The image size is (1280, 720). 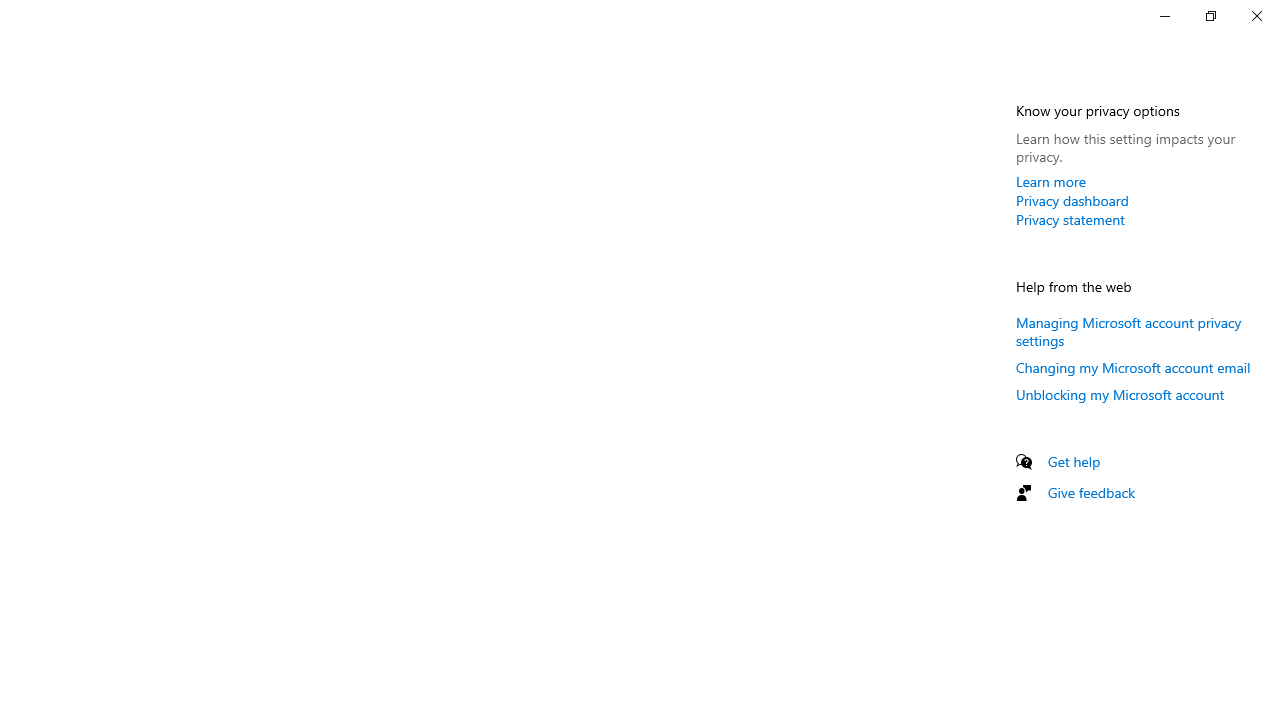 What do you see at coordinates (1069, 219) in the screenshot?
I see `'Privacy statement'` at bounding box center [1069, 219].